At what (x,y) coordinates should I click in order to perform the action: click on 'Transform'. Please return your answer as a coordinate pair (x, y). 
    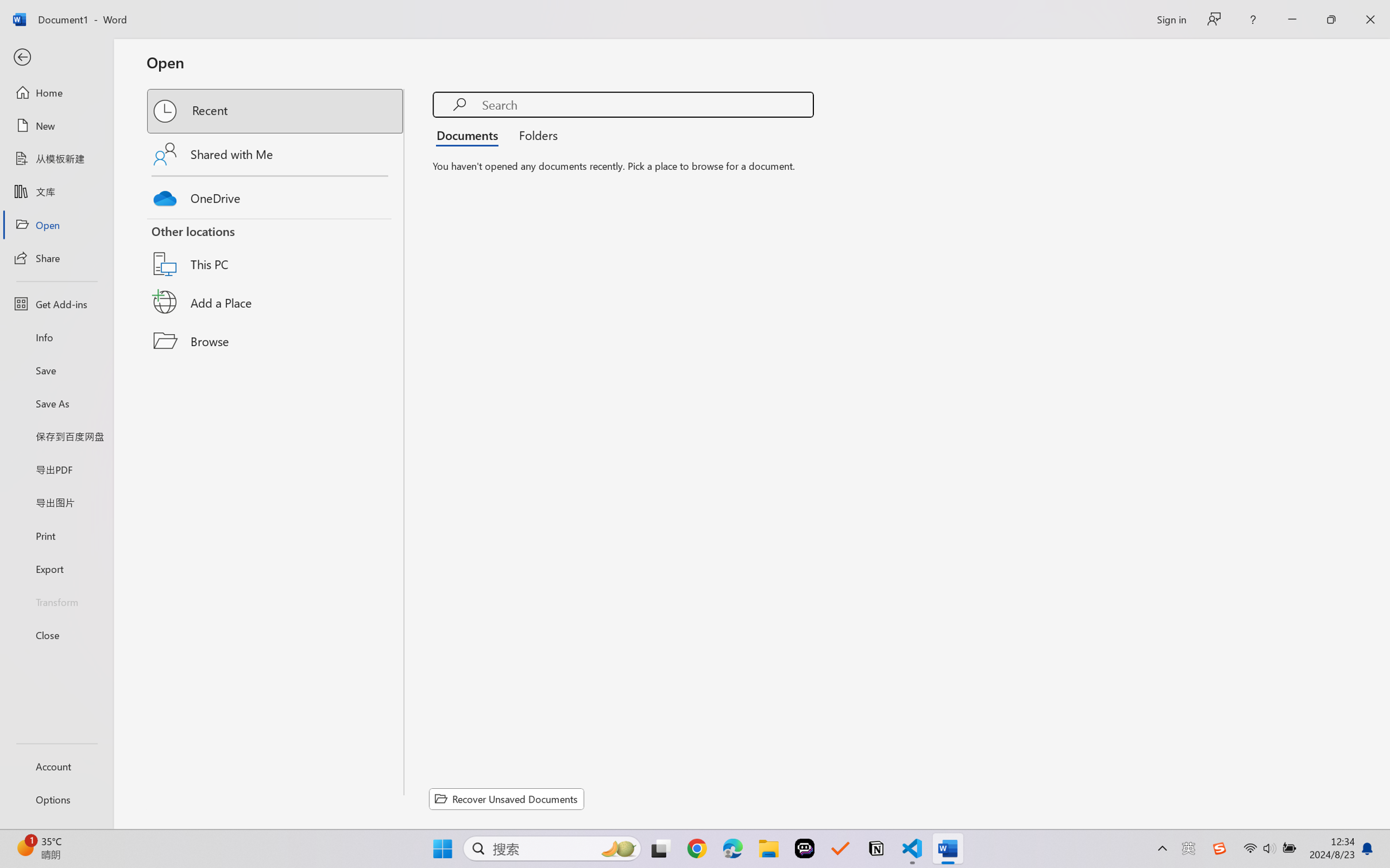
    Looking at the image, I should click on (56, 600).